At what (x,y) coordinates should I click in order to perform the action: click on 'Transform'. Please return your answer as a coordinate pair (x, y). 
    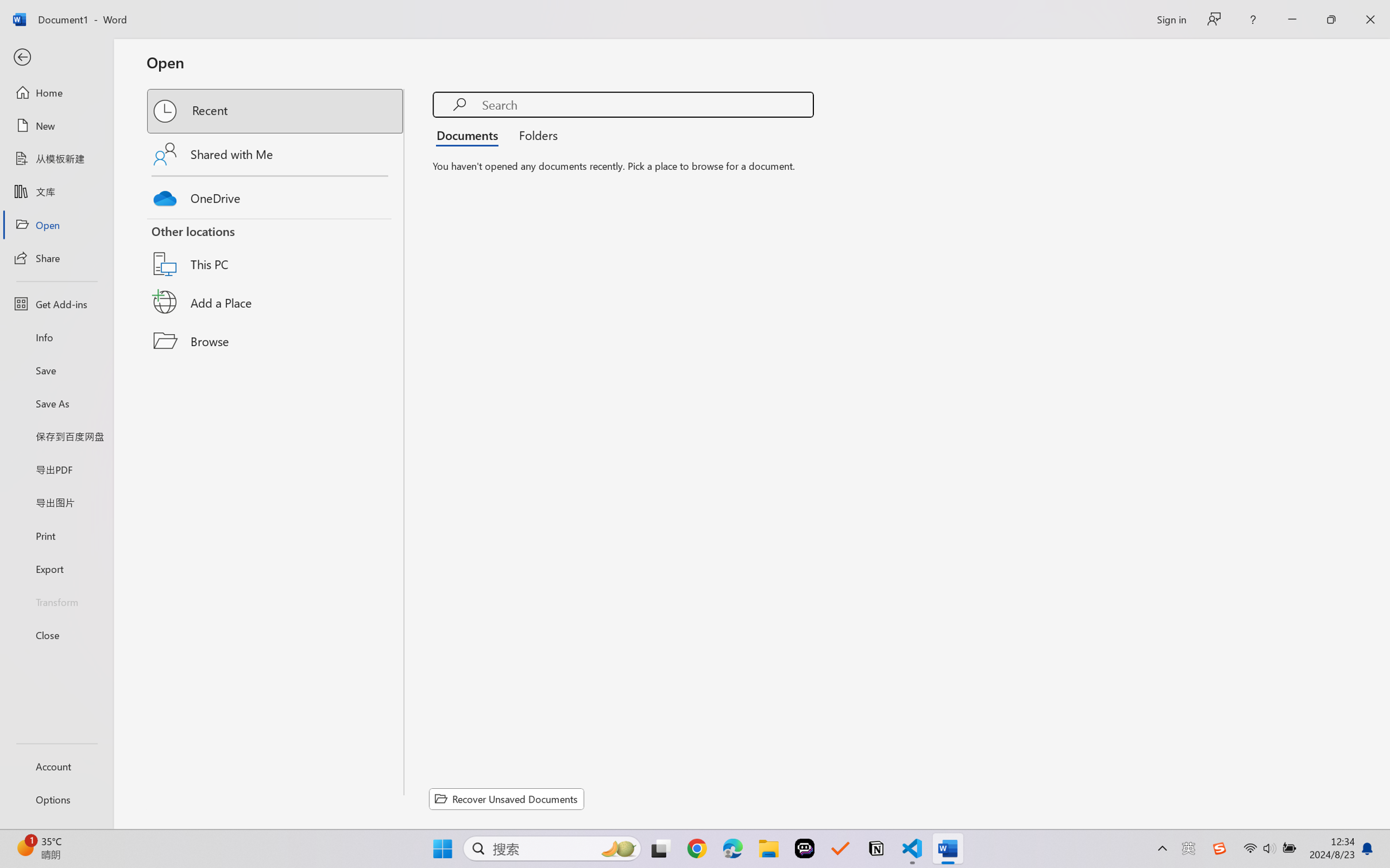
    Looking at the image, I should click on (56, 600).